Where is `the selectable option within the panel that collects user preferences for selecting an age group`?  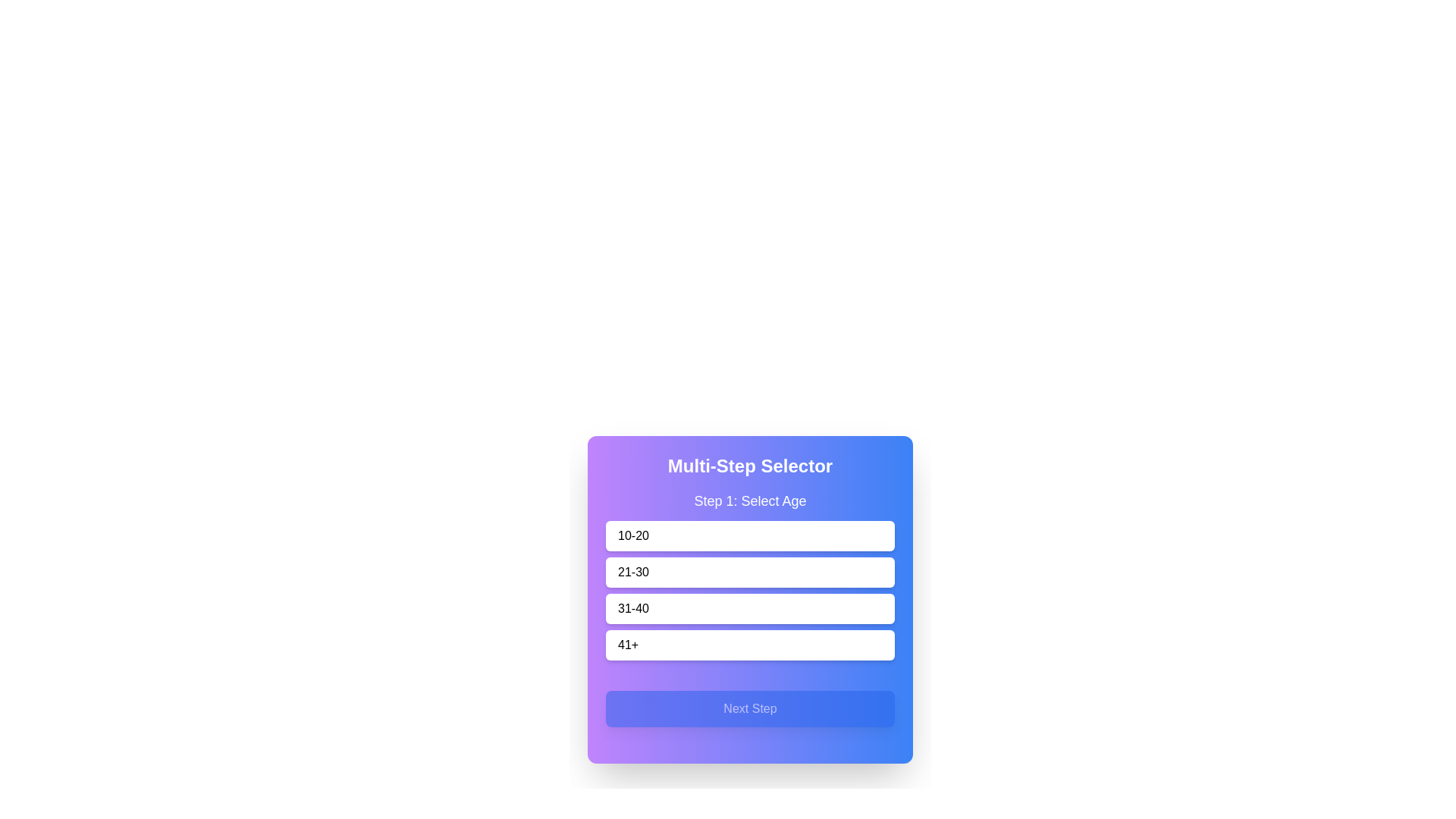 the selectable option within the panel that collects user preferences for selecting an age group is located at coordinates (750, 598).